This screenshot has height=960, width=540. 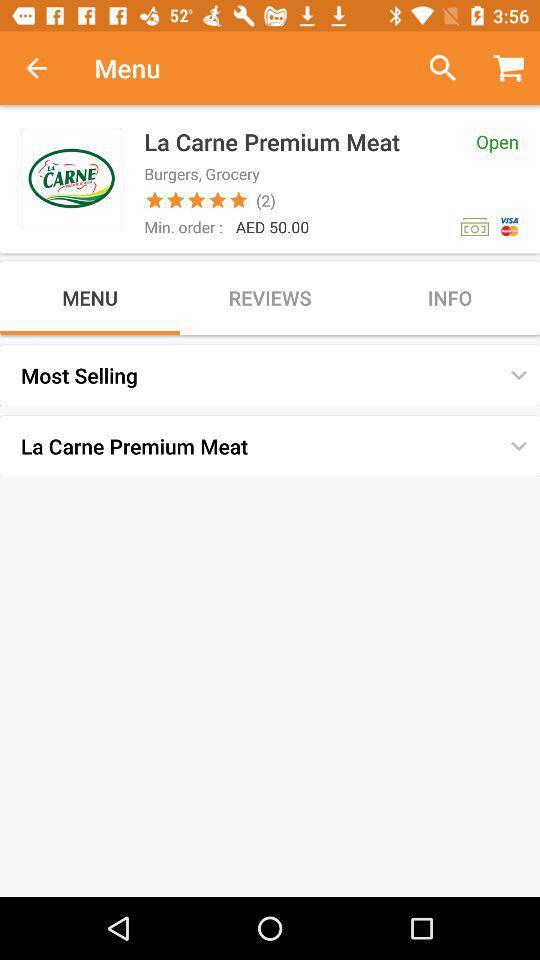 I want to click on the visa card, so click(x=509, y=227).